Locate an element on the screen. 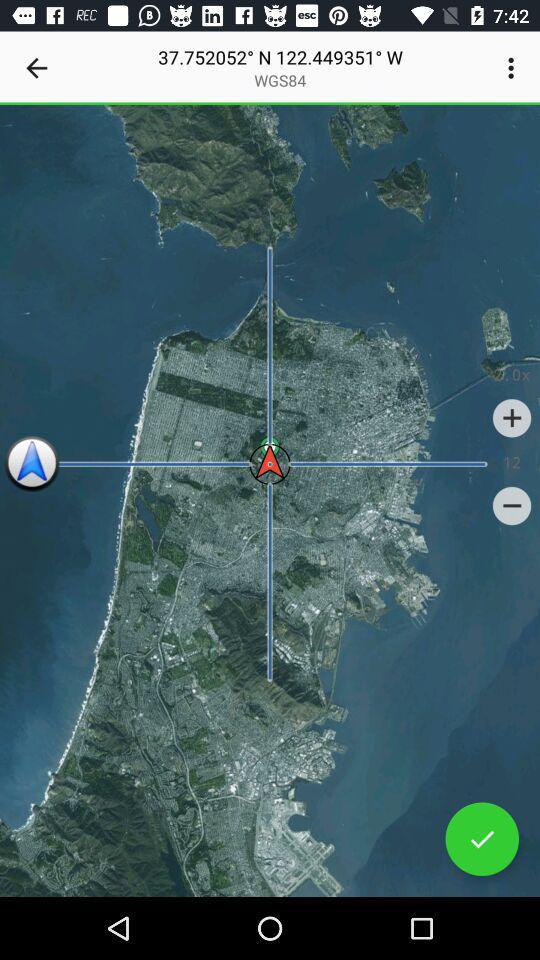 This screenshot has width=540, height=960. accep the direction is located at coordinates (481, 839).